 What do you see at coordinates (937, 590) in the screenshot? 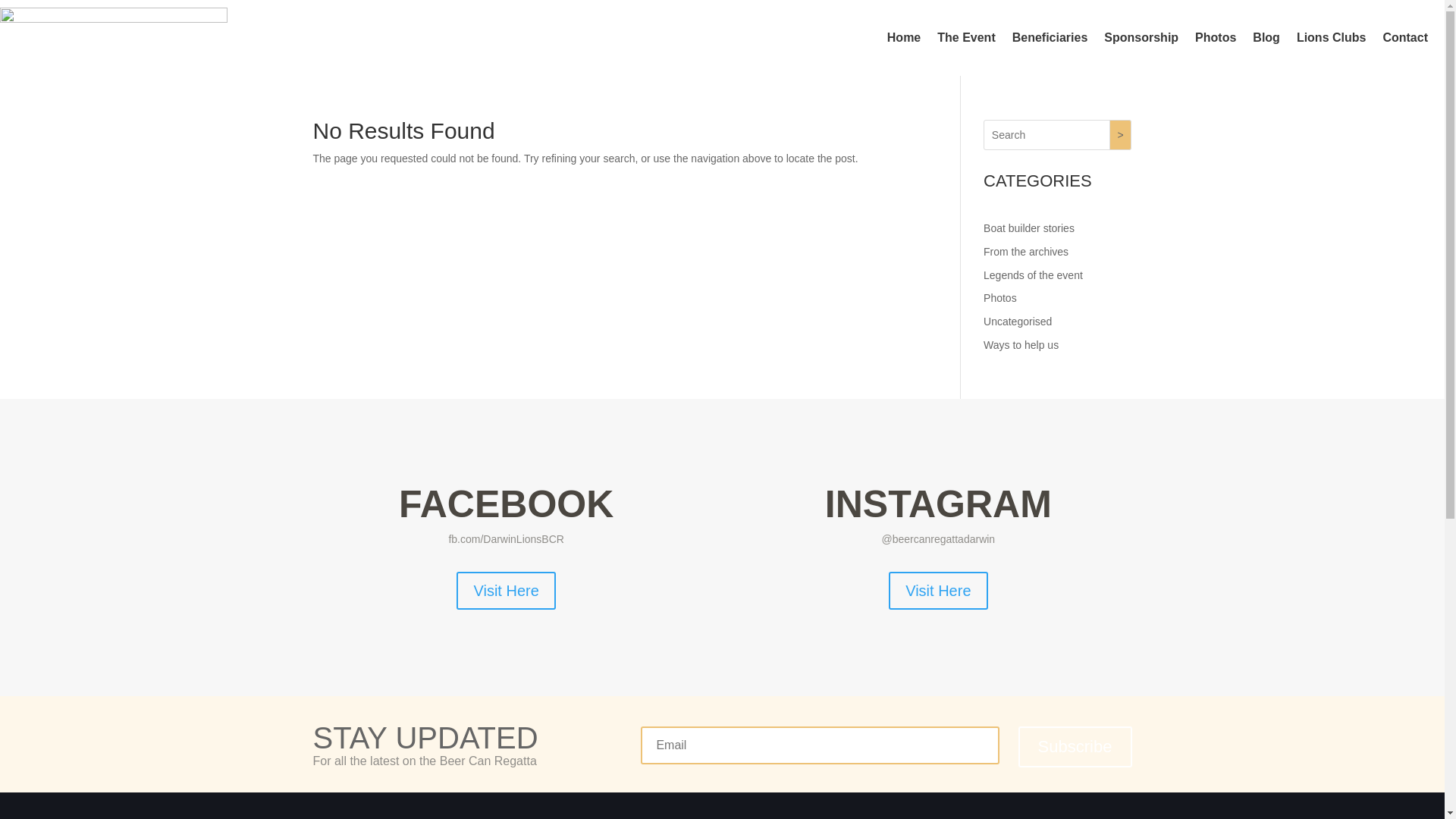
I see `'Visit Here'` at bounding box center [937, 590].